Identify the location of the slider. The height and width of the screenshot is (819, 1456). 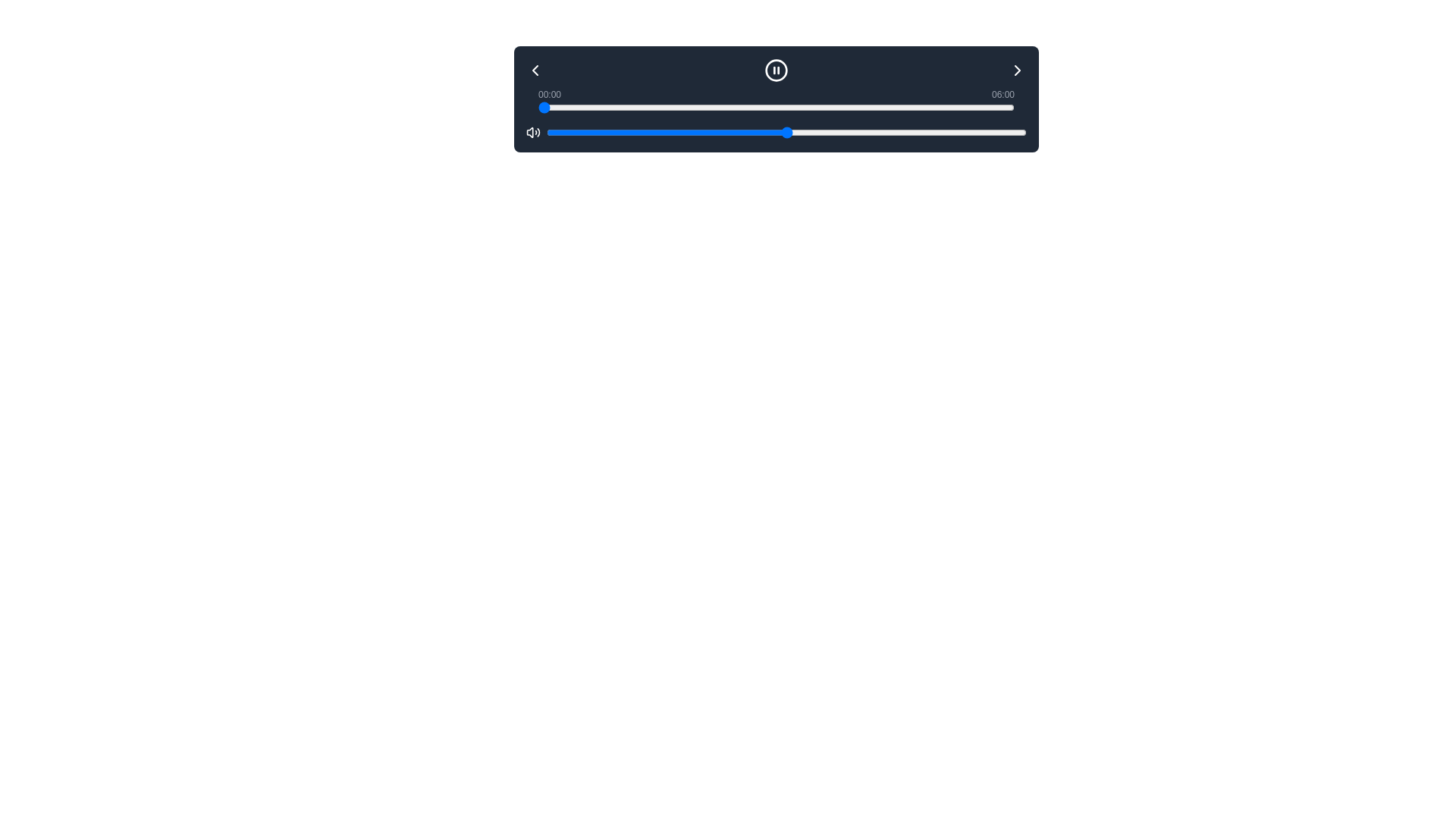
(670, 131).